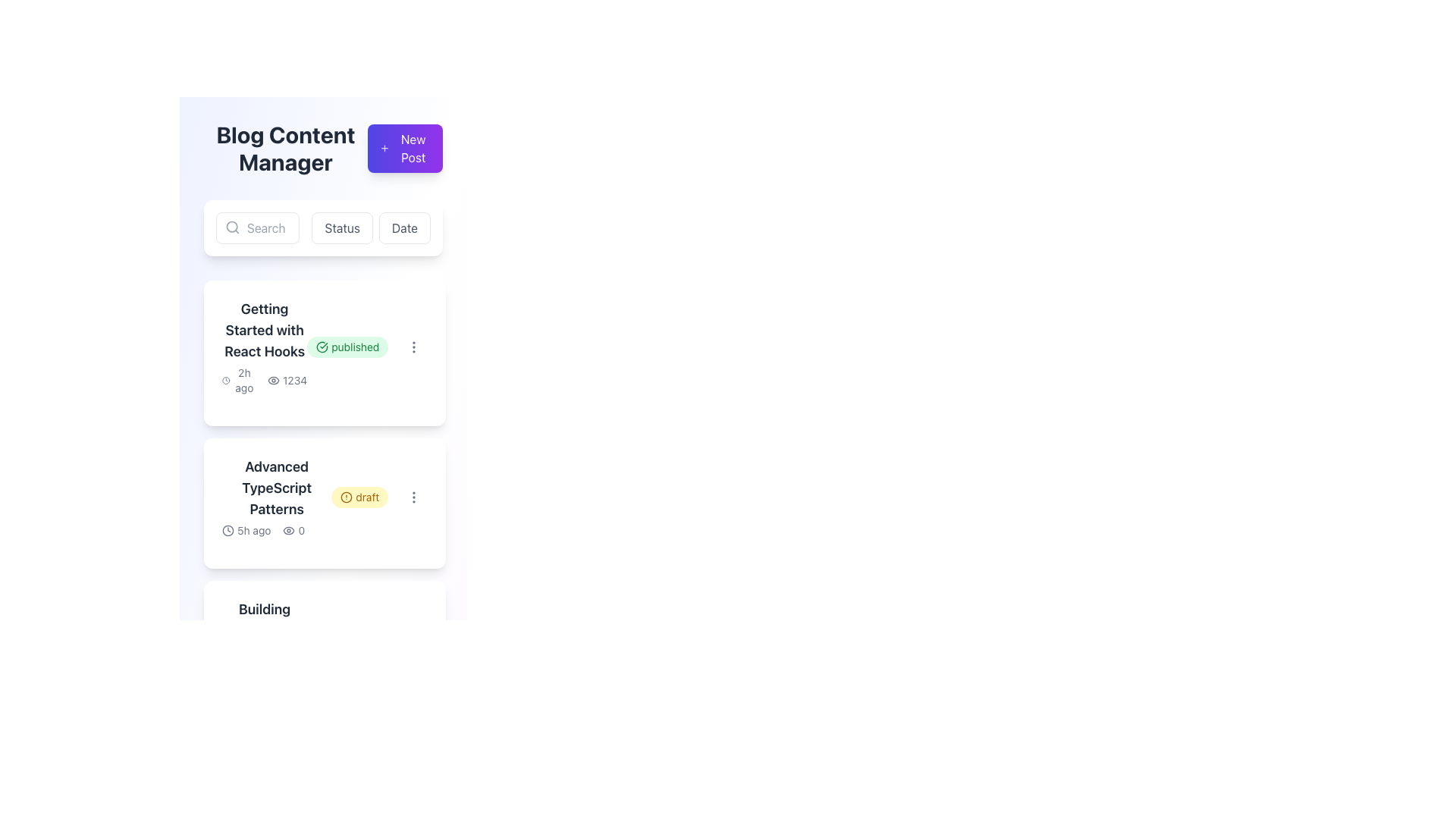  Describe the element at coordinates (384, 149) in the screenshot. I see `the icon located within the purple 'New Post' button, which is situated in the upper-right area of the interface near the 'Blog Content Manager' title` at that location.